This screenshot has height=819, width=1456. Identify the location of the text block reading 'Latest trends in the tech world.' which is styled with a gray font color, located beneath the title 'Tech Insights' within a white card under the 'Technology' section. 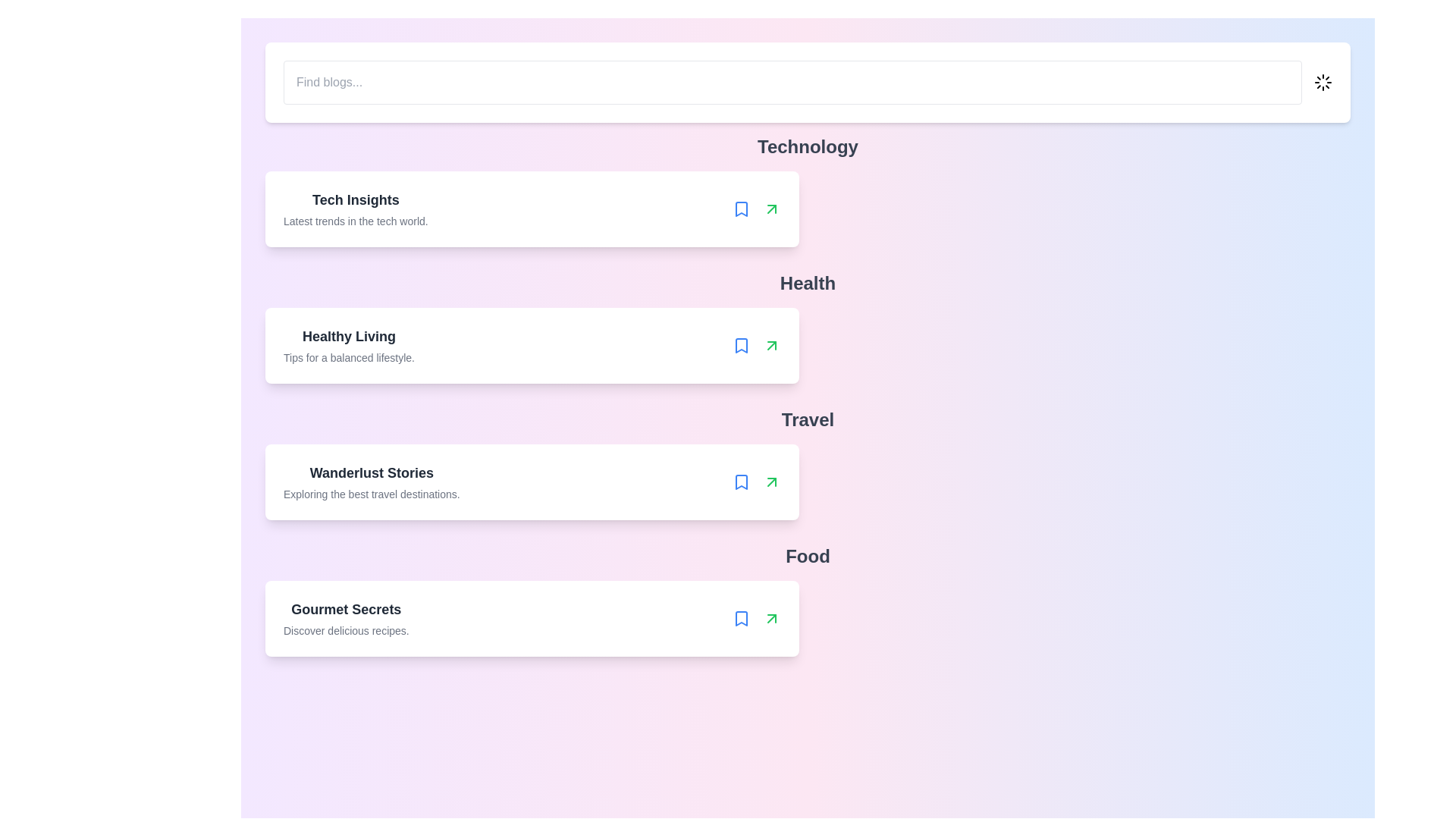
(355, 221).